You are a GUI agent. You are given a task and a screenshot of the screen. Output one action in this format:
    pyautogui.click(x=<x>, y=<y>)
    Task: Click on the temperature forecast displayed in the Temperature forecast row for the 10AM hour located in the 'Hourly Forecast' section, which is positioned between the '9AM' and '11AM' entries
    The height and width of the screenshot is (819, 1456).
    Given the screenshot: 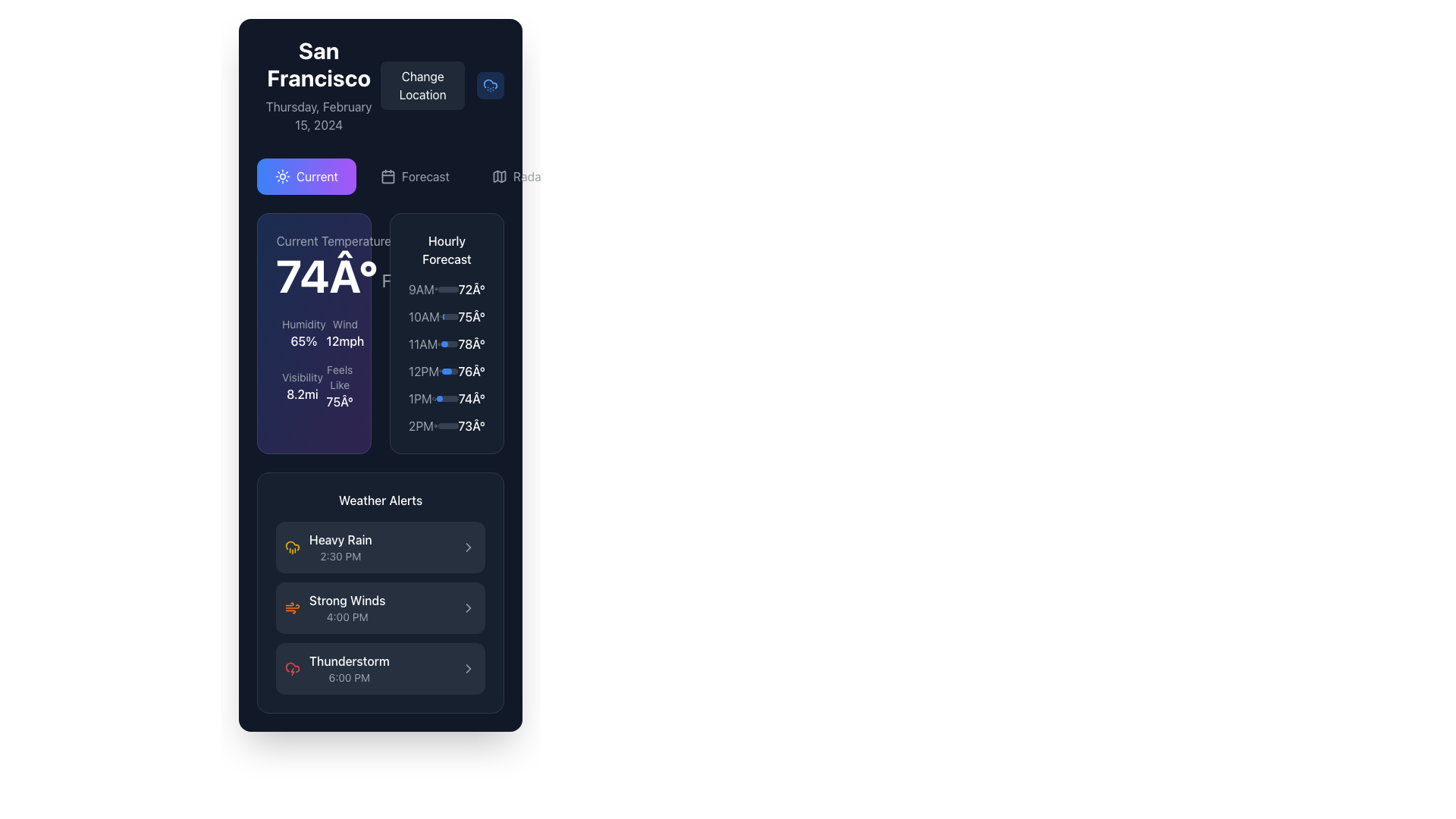 What is the action you would take?
    pyautogui.click(x=446, y=315)
    